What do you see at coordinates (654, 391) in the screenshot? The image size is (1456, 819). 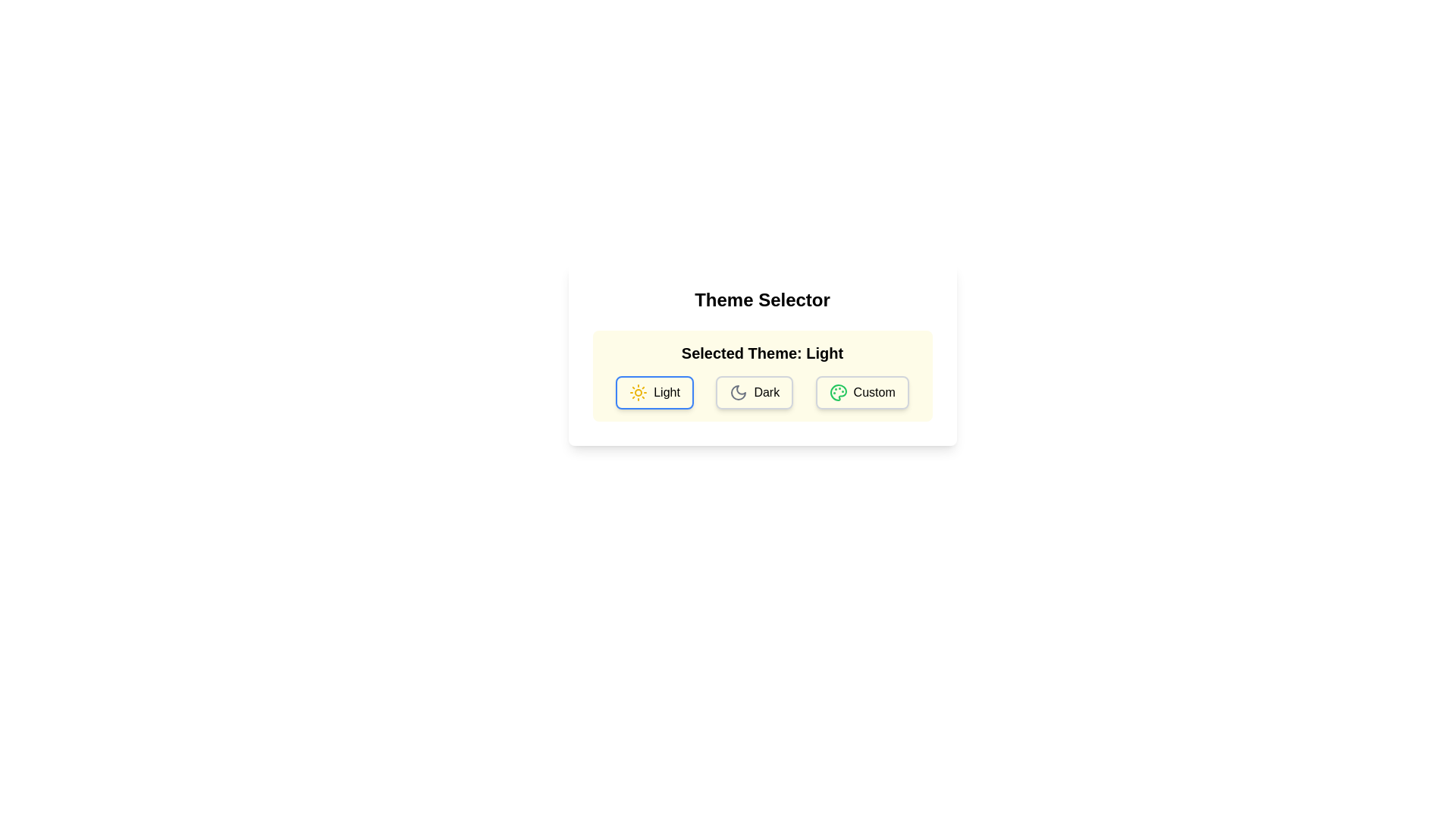 I see `the 'Light' theme selection button, which is the first button in a row of theme options located to the left of the 'Dark' and 'Custom' buttons` at bounding box center [654, 391].